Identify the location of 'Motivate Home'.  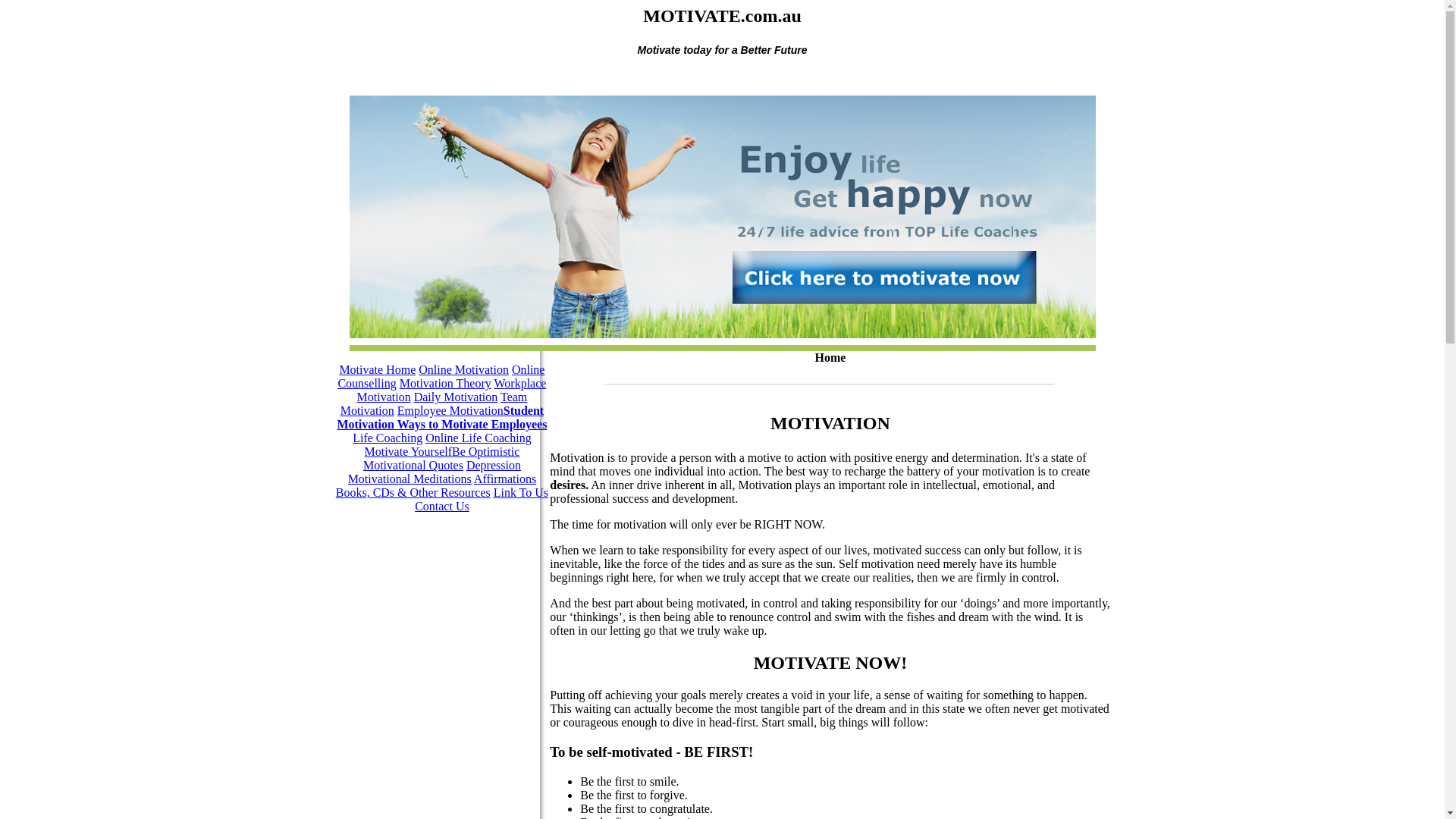
(377, 369).